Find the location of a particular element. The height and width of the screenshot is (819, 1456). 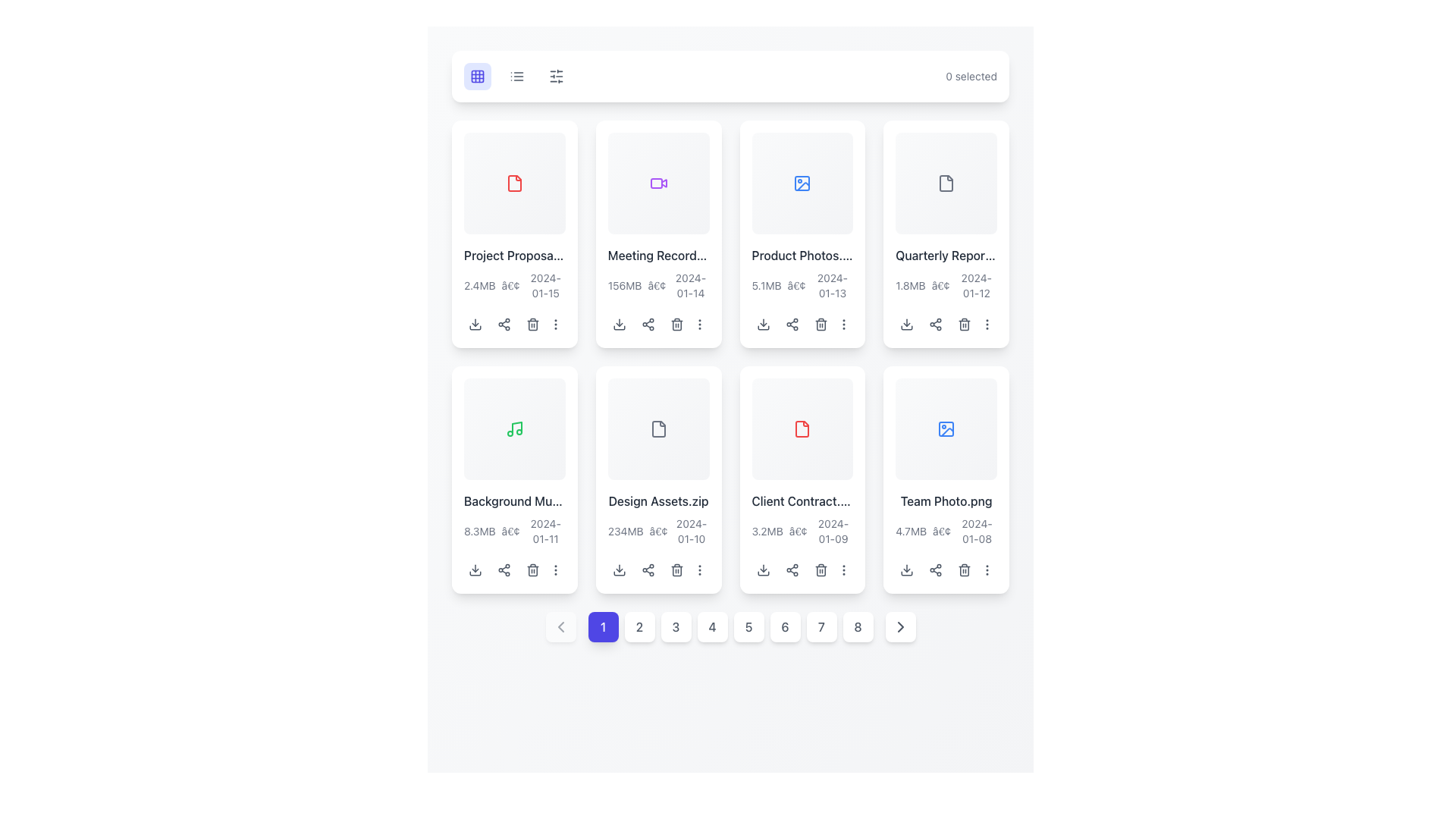

the button located in the top-right corner of the 'Product Photos.jpg' card, which provides additional options or settings related to the card's features is located at coordinates (843, 323).